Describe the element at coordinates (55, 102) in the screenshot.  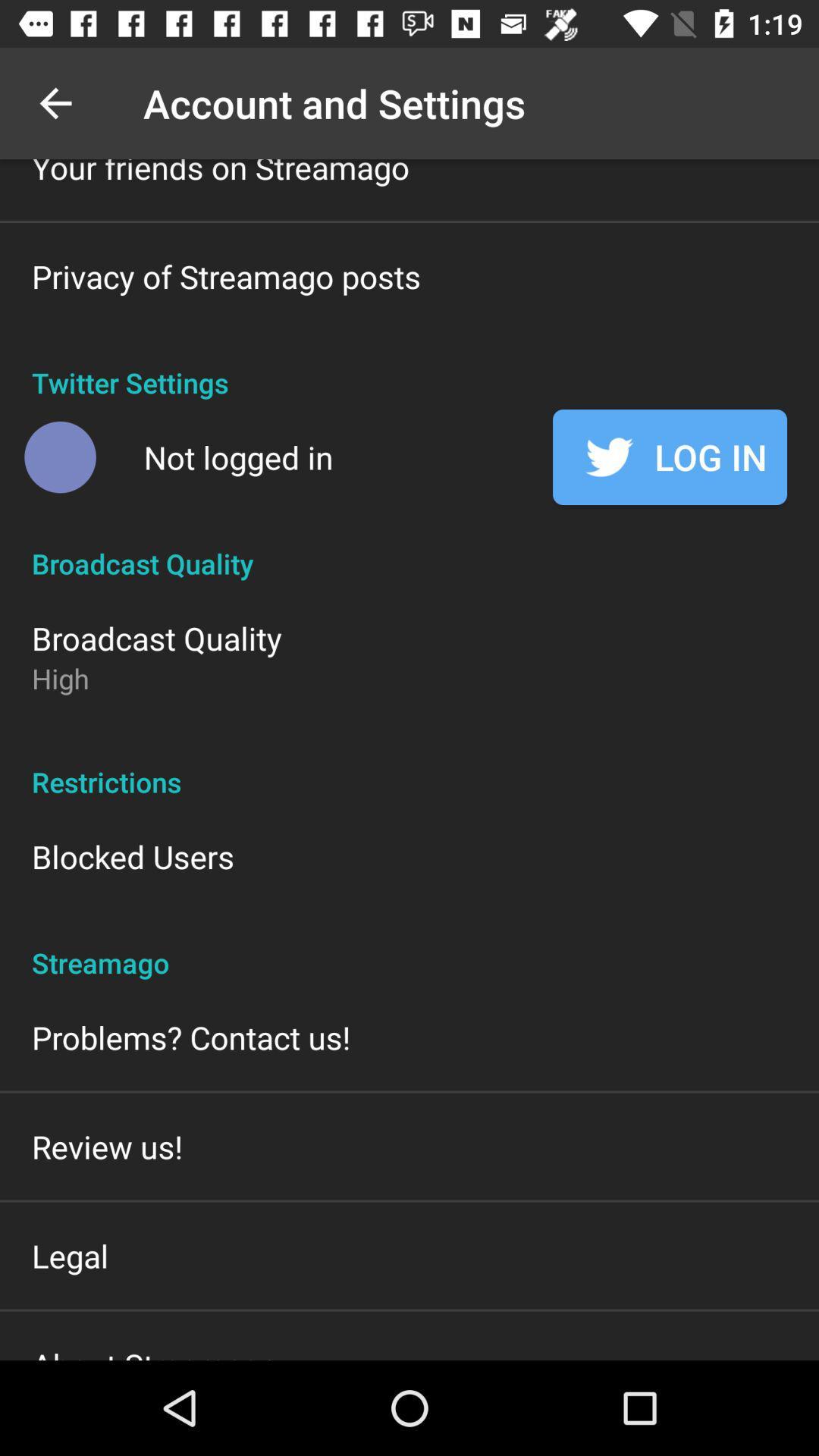
I see `the item to the left of account and settings icon` at that location.